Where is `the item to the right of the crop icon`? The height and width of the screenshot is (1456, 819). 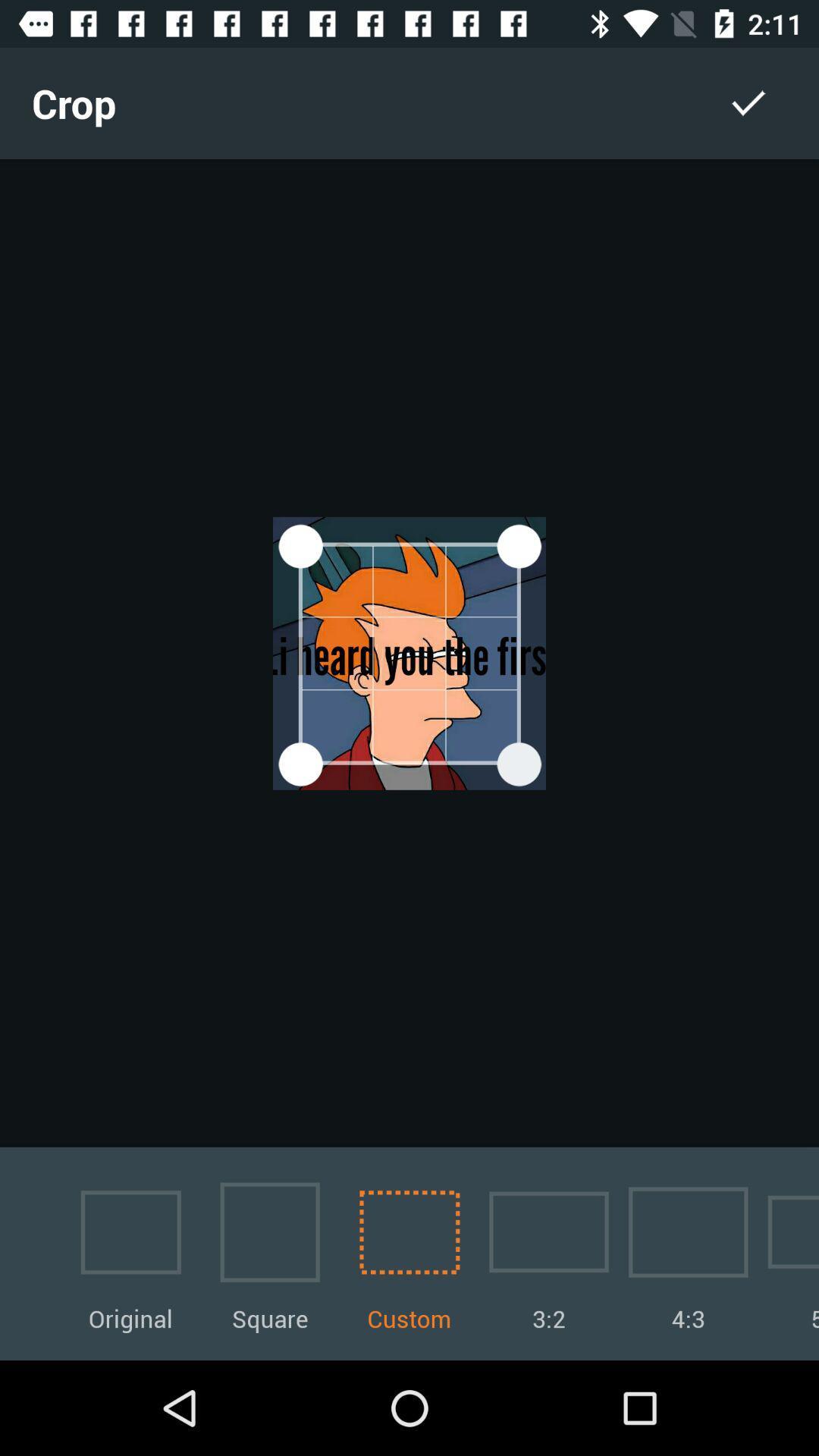 the item to the right of the crop icon is located at coordinates (748, 102).